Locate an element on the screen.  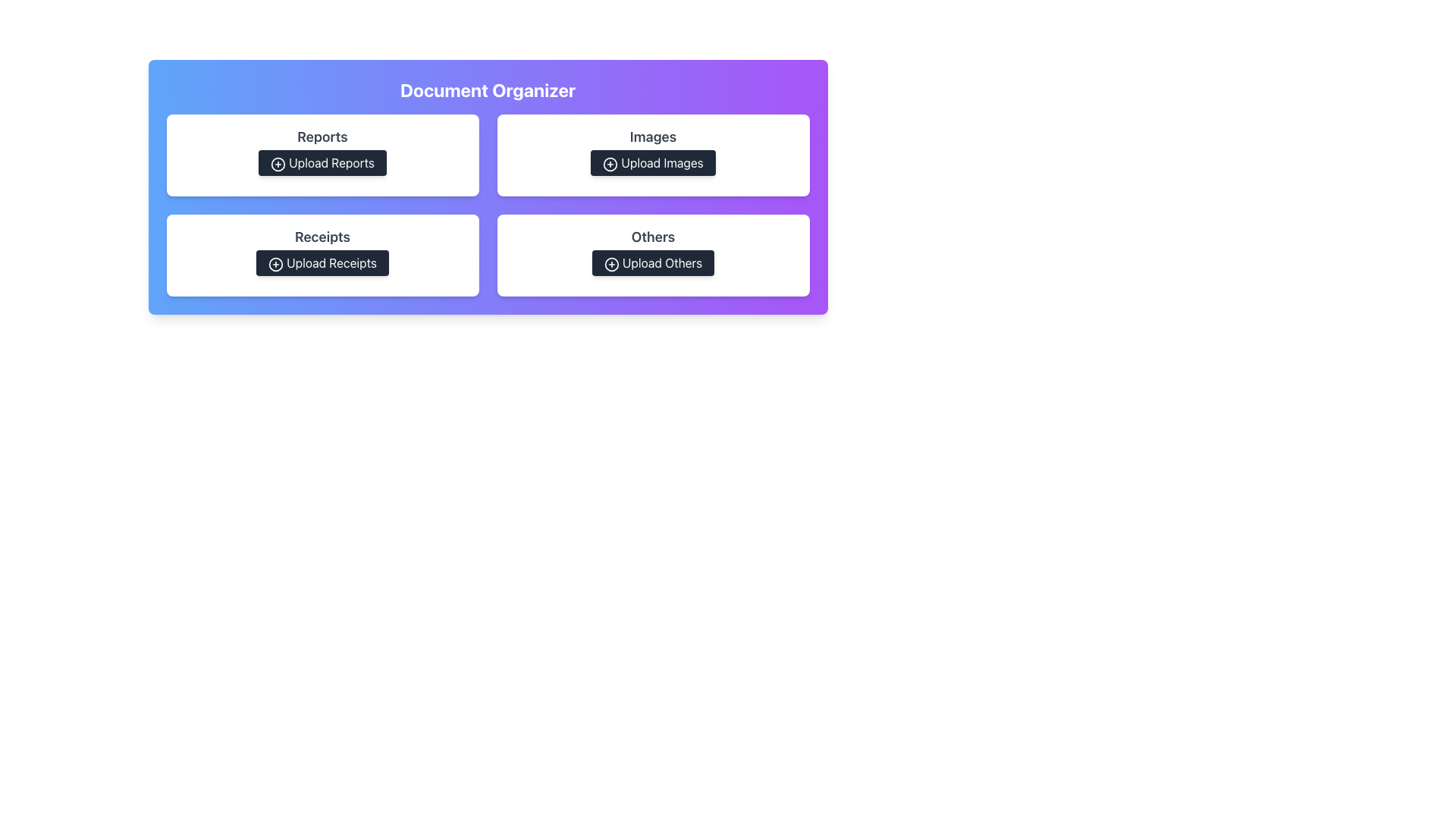
the SVG circle element that visually represents the action related to uploading receipts in the 'Upload Receipts' button located in the bottom-left quadrant of the layout under the heading 'Receipts' is located at coordinates (276, 263).